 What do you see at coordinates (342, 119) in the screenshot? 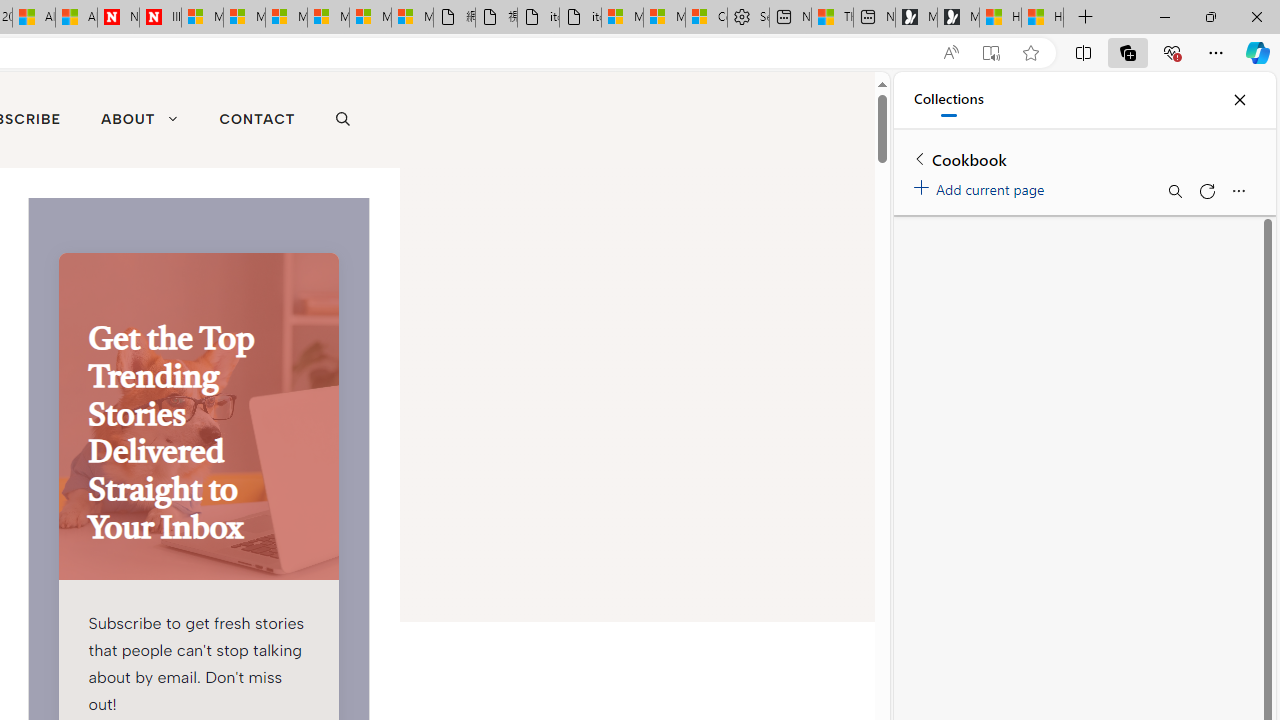
I see `'Open search'` at bounding box center [342, 119].